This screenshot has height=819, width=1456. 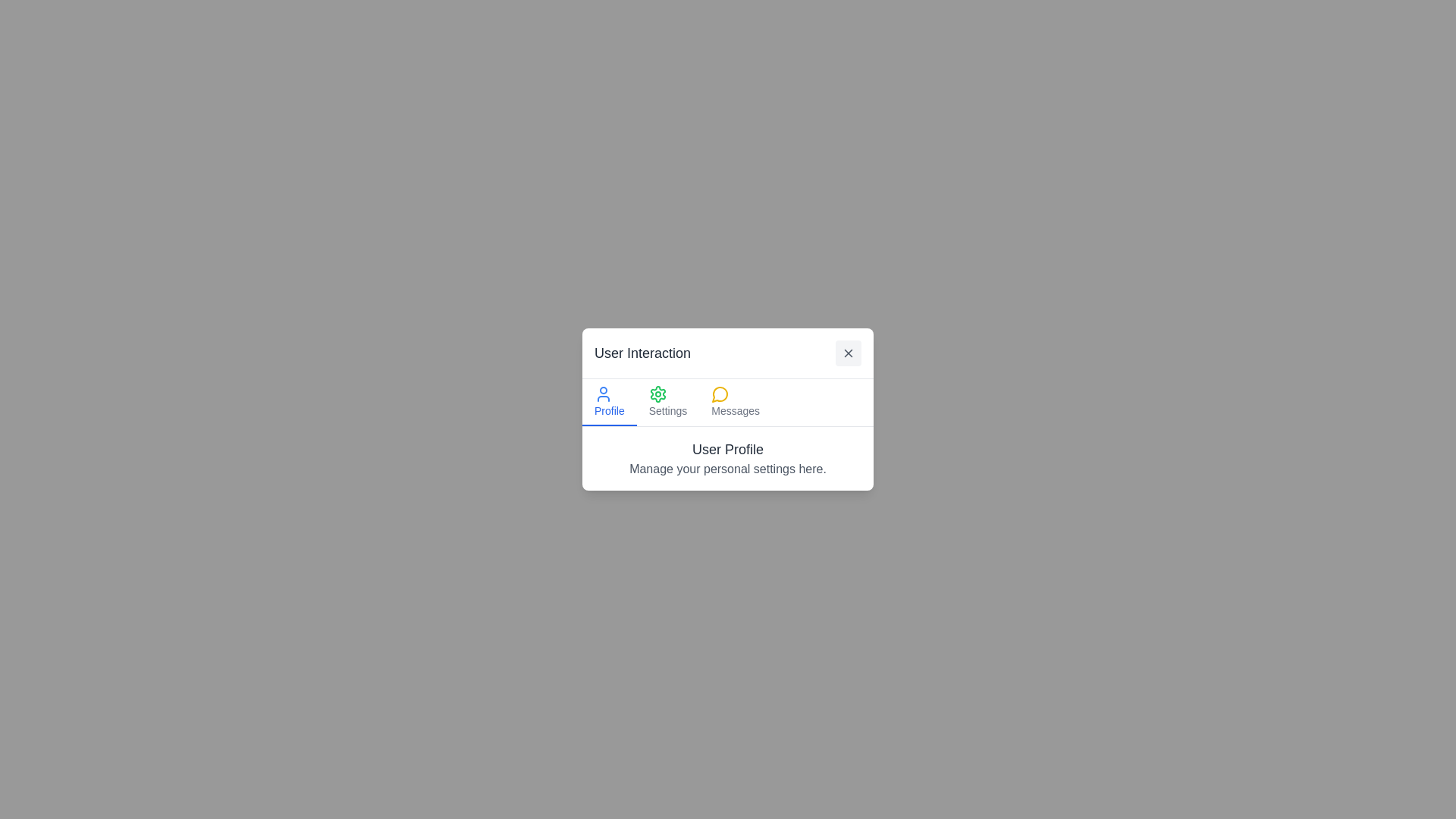 I want to click on the static text element that says 'Manage your personal settings here.' which is located below the 'User Profile' label in the user dialog box, so click(x=728, y=468).